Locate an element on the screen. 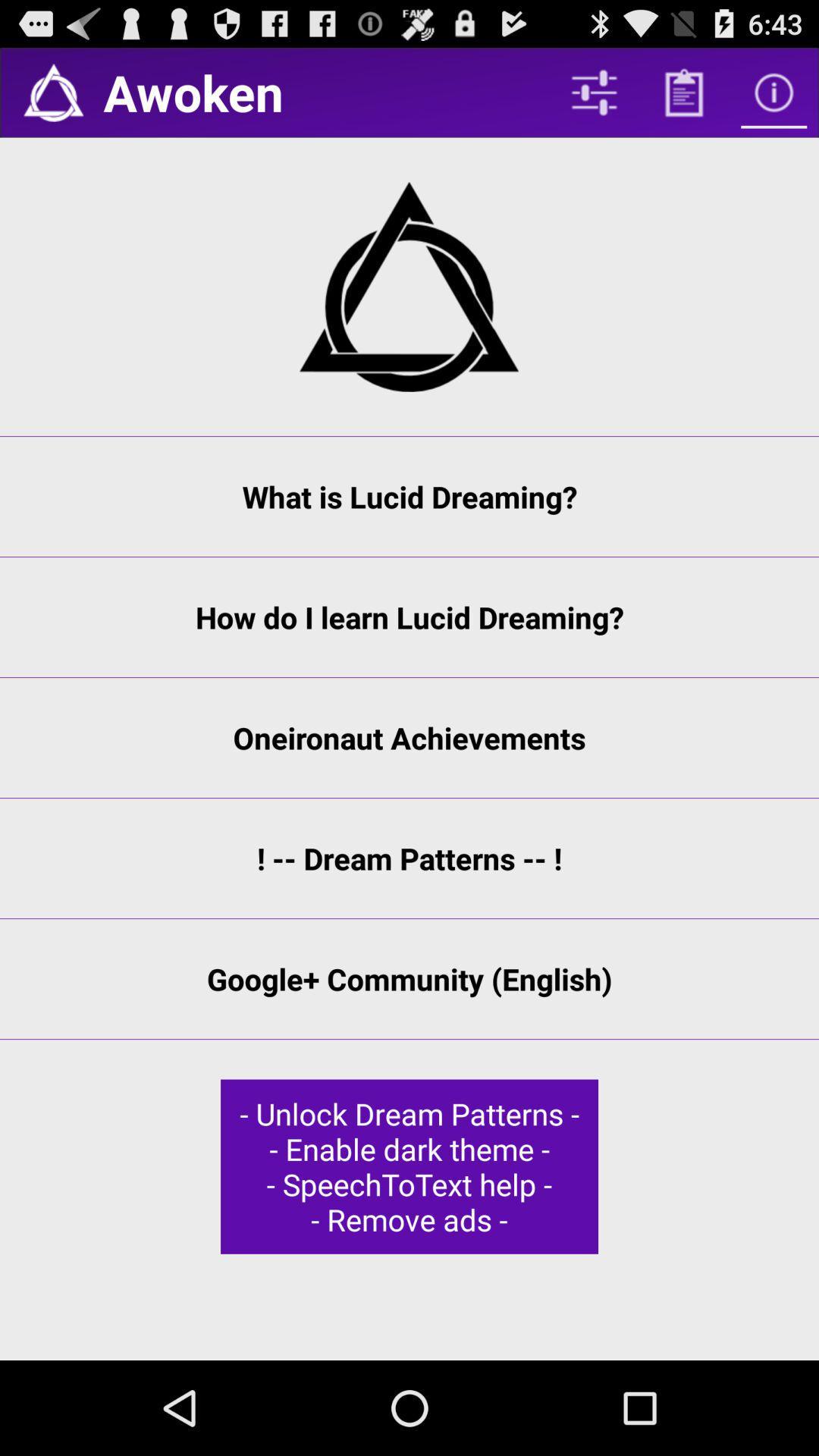 This screenshot has width=819, height=1456. what is lucid item is located at coordinates (409, 497).